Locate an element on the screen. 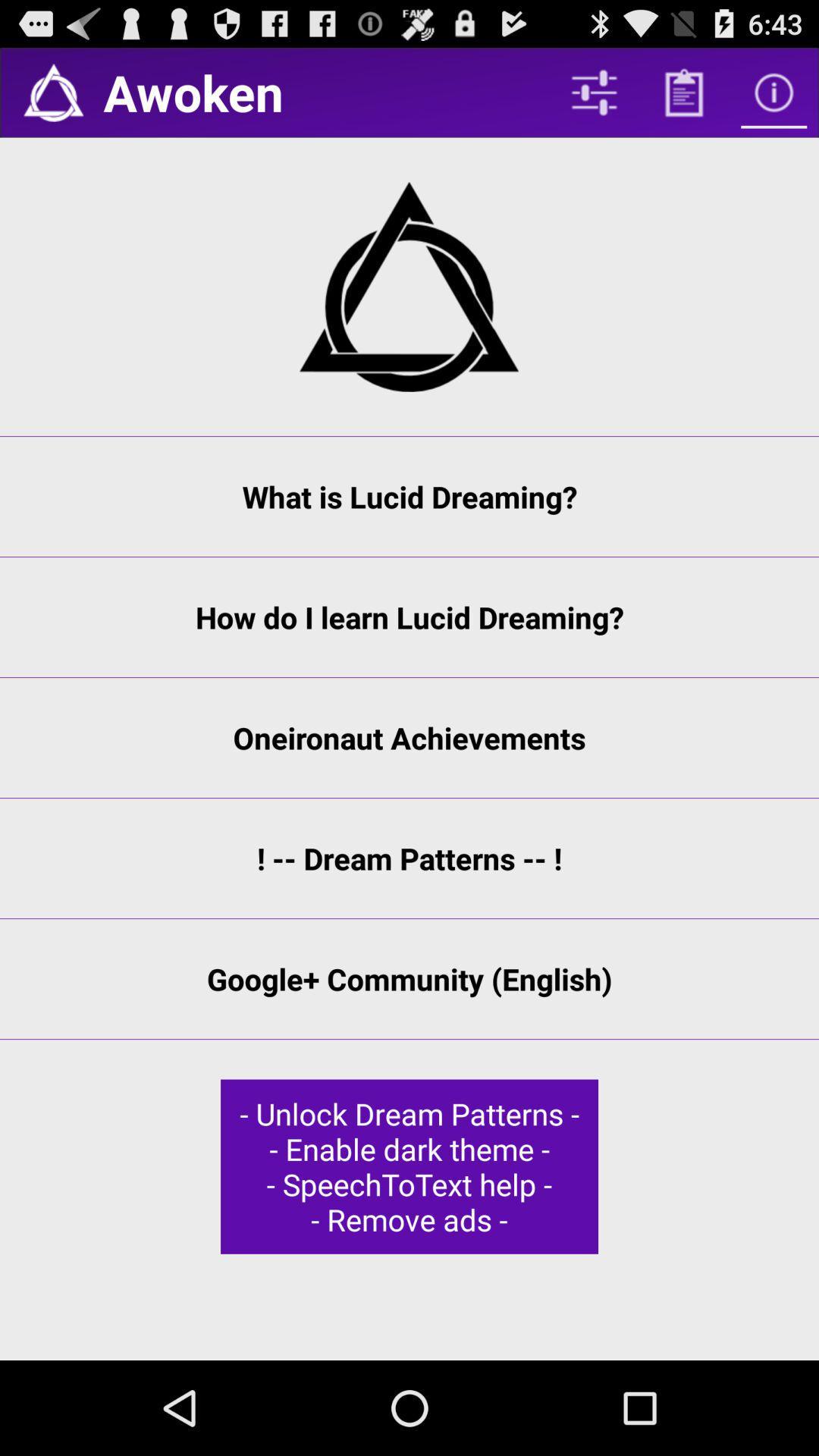 This screenshot has width=819, height=1456. what is lucid item is located at coordinates (409, 497).